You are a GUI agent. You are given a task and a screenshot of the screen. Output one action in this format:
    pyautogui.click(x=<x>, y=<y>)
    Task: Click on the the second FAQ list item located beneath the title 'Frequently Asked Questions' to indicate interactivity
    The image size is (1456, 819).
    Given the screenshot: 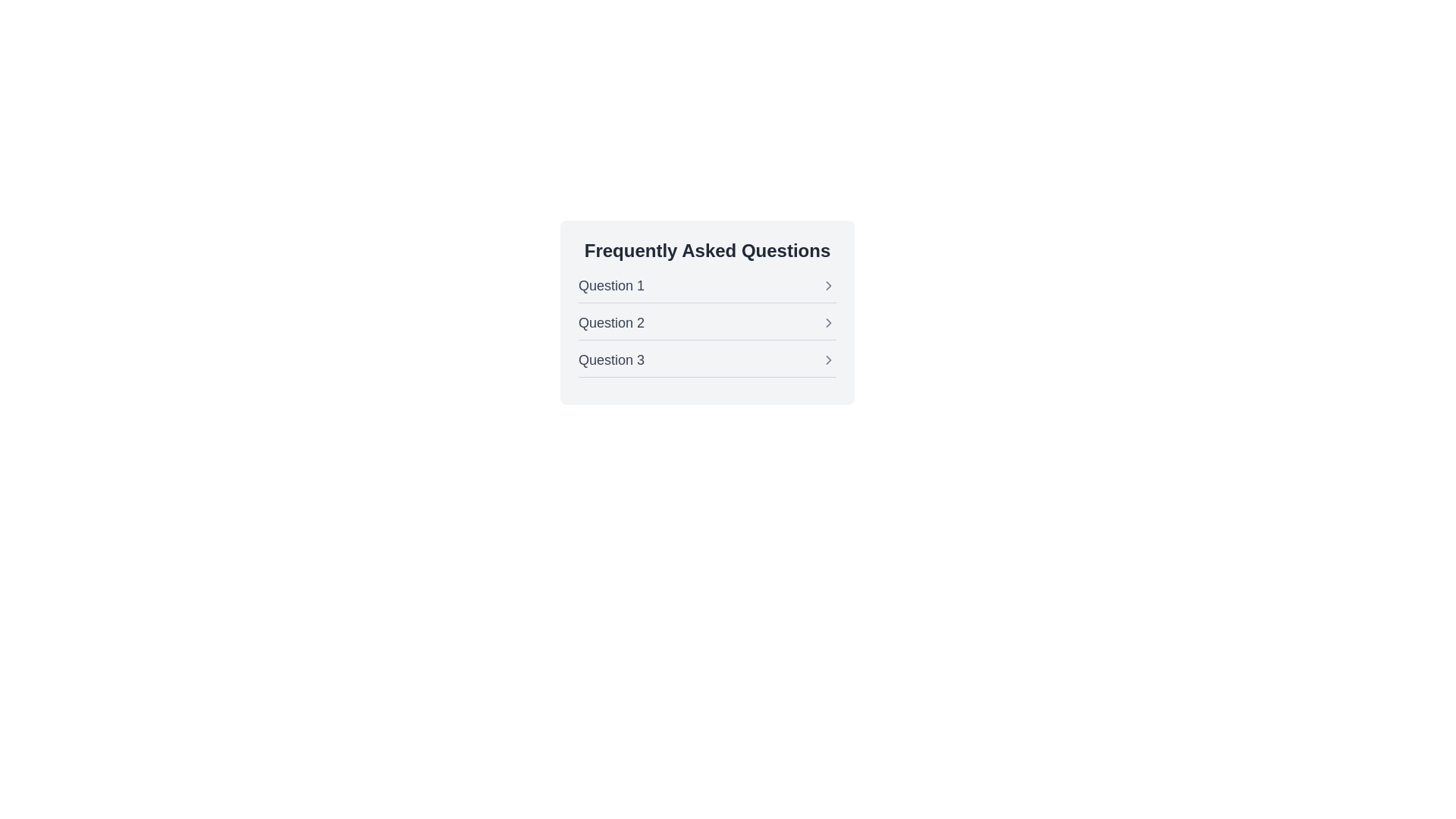 What is the action you would take?
    pyautogui.click(x=706, y=312)
    